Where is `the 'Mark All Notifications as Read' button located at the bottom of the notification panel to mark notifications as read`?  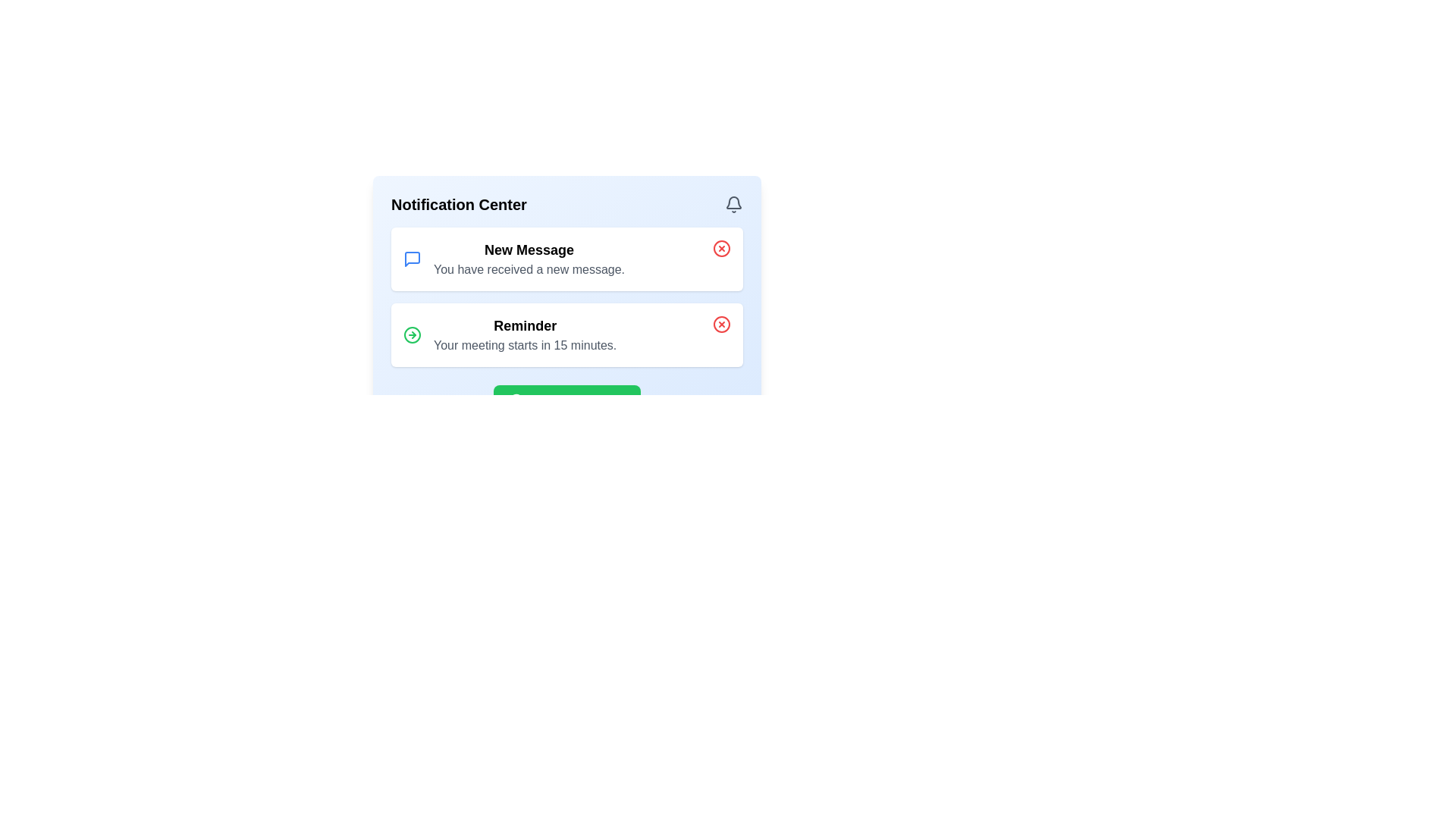 the 'Mark All Notifications as Read' button located at the bottom of the notification panel to mark notifications as read is located at coordinates (566, 400).